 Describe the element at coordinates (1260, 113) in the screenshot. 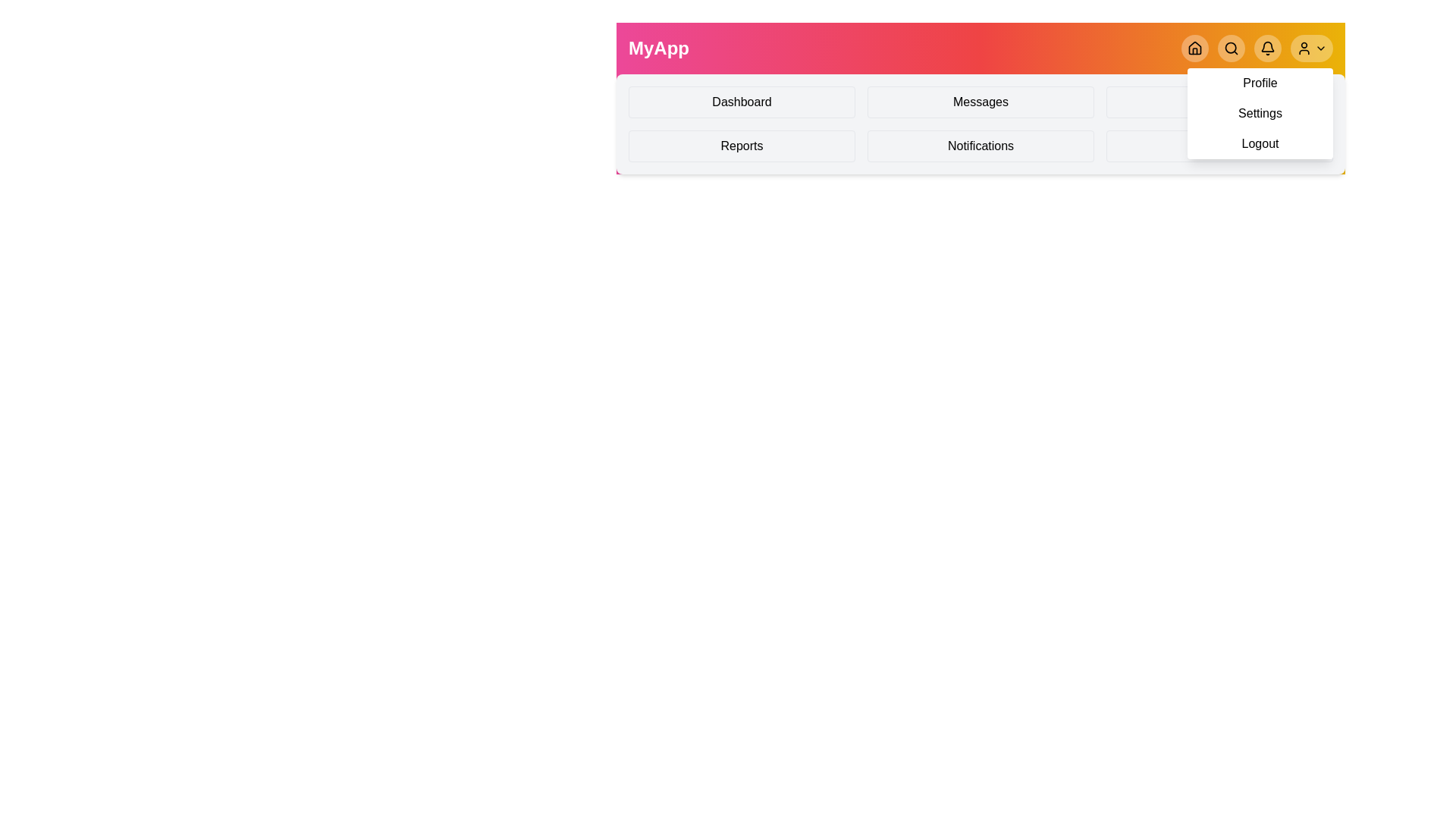

I see `the Settings from the profile menu` at that location.